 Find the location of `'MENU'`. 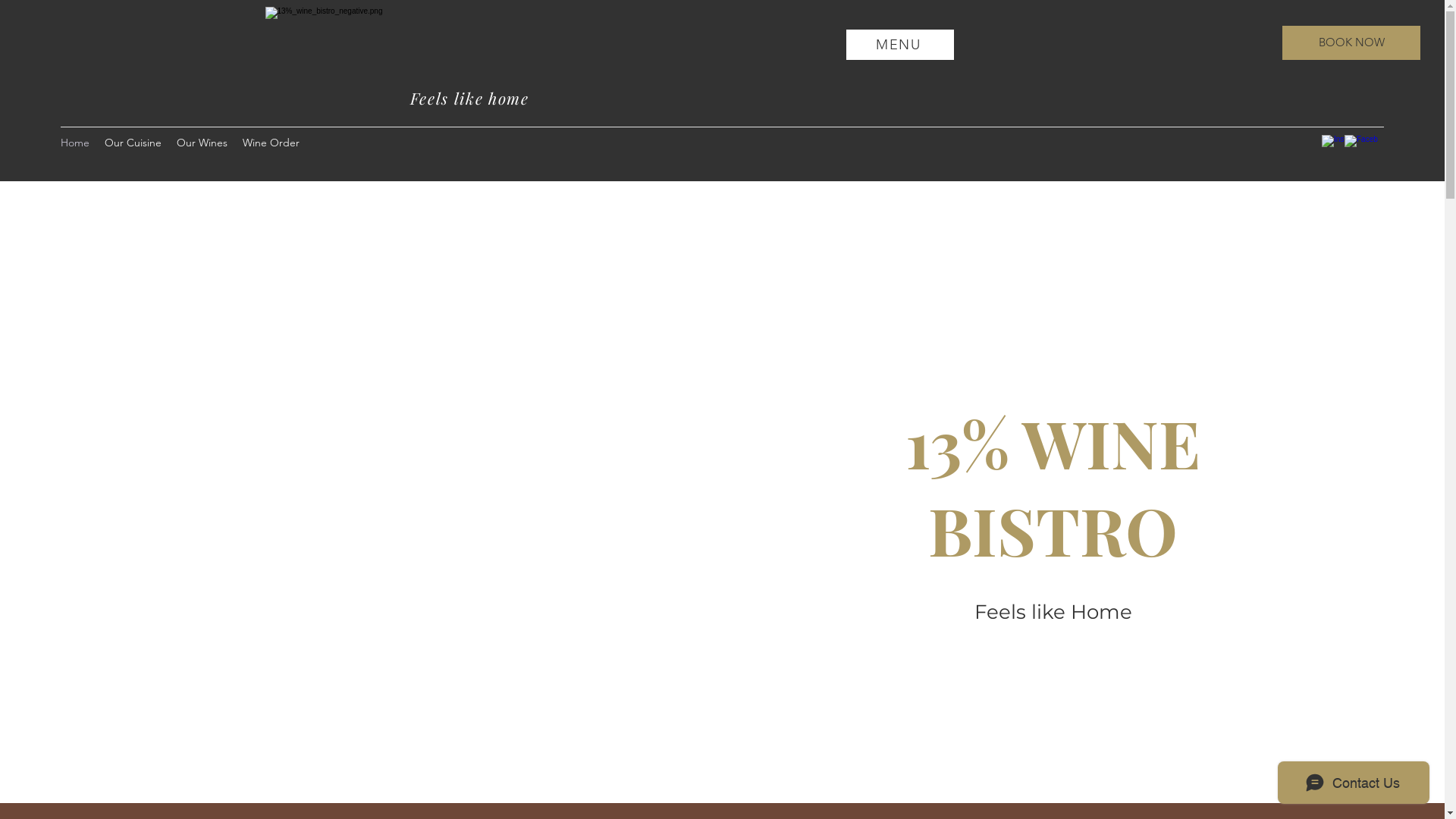

'MENU' is located at coordinates (899, 43).